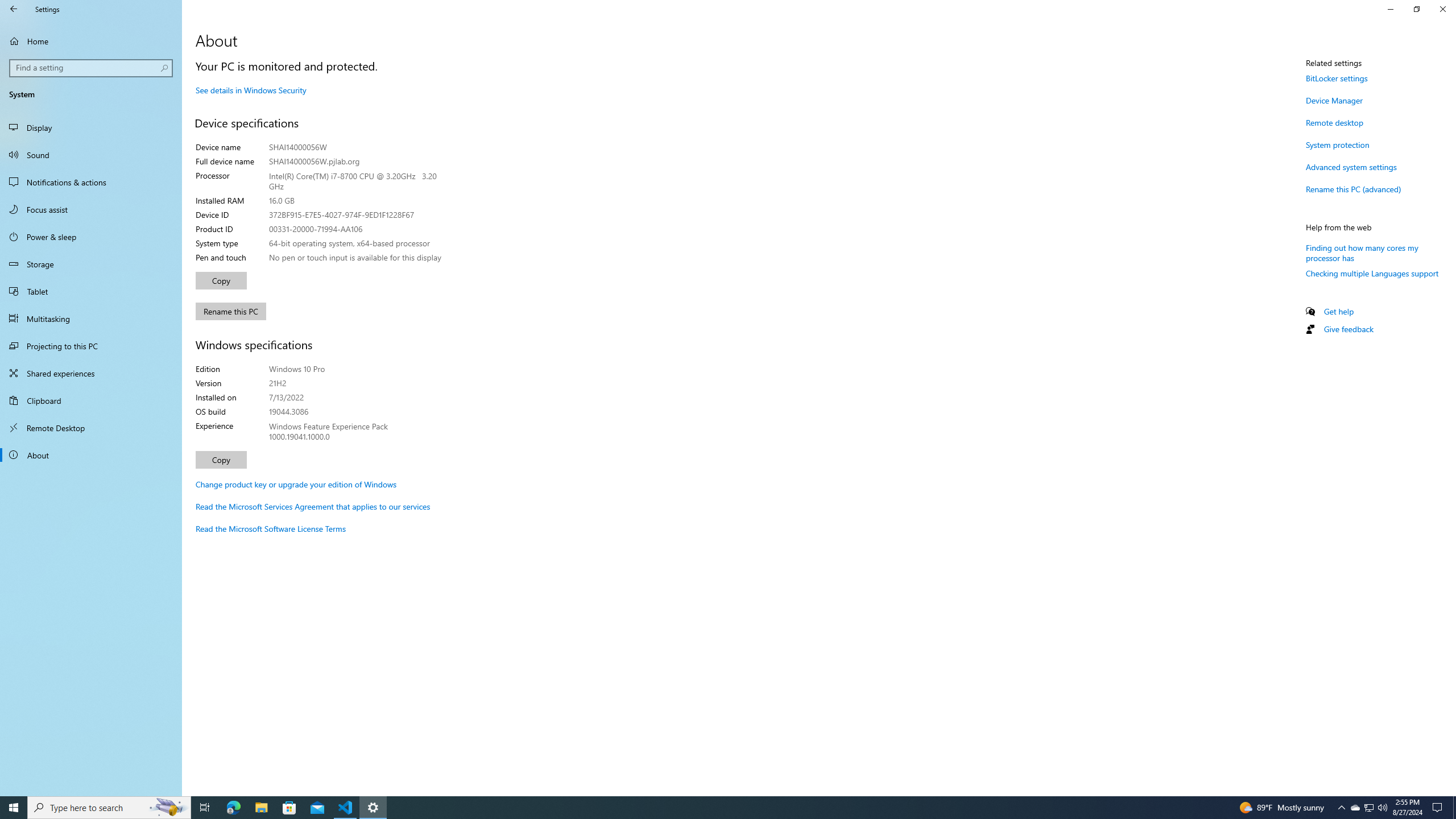 This screenshot has width=1456, height=819. Describe the element at coordinates (1334, 100) in the screenshot. I see `'Device Manager'` at that location.